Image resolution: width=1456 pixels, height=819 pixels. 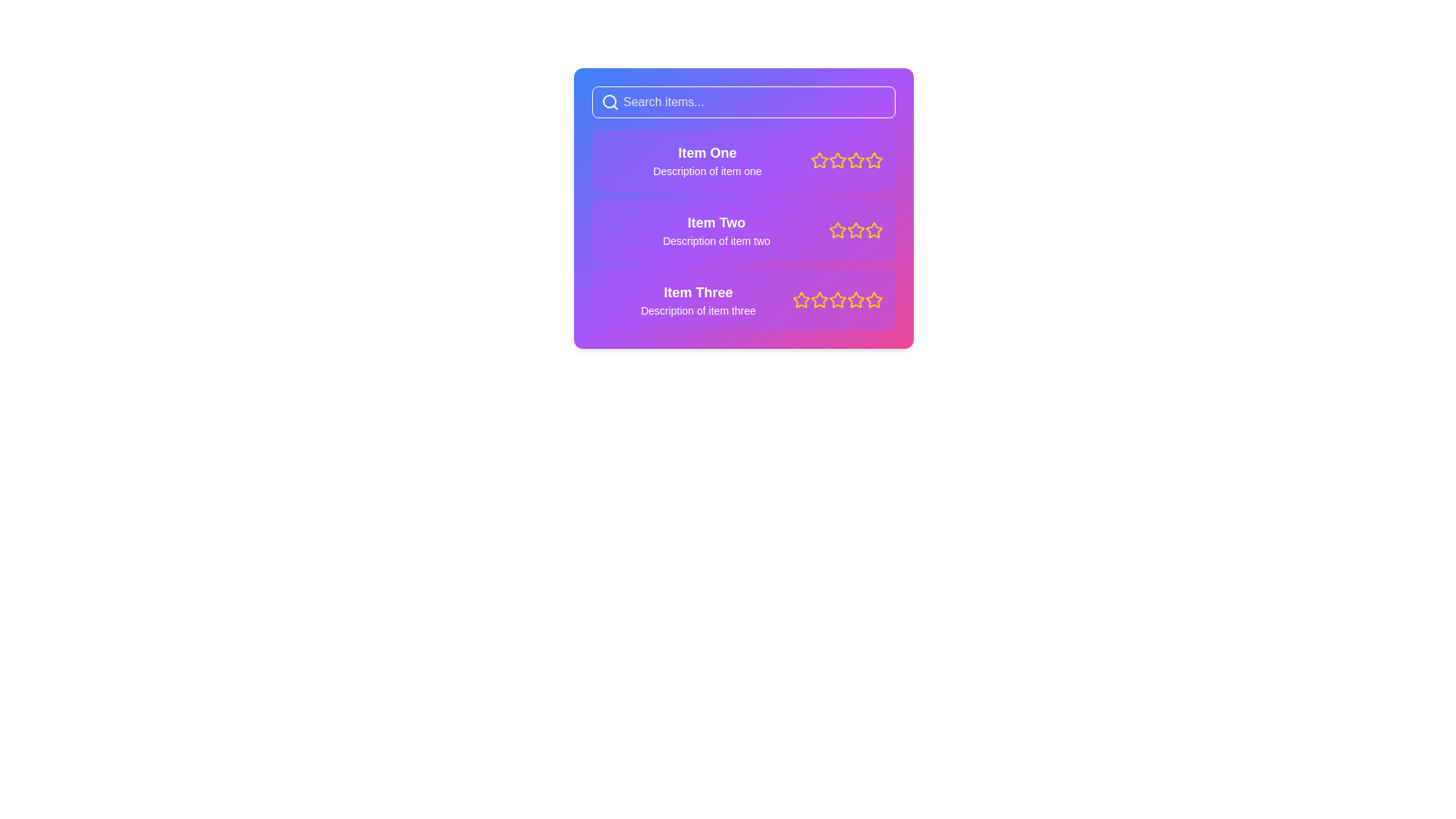 What do you see at coordinates (716, 240) in the screenshot?
I see `the text label displaying 'Description of item two', which is styled with white text on a purple gradient background and is positioned below 'Item Two'` at bounding box center [716, 240].